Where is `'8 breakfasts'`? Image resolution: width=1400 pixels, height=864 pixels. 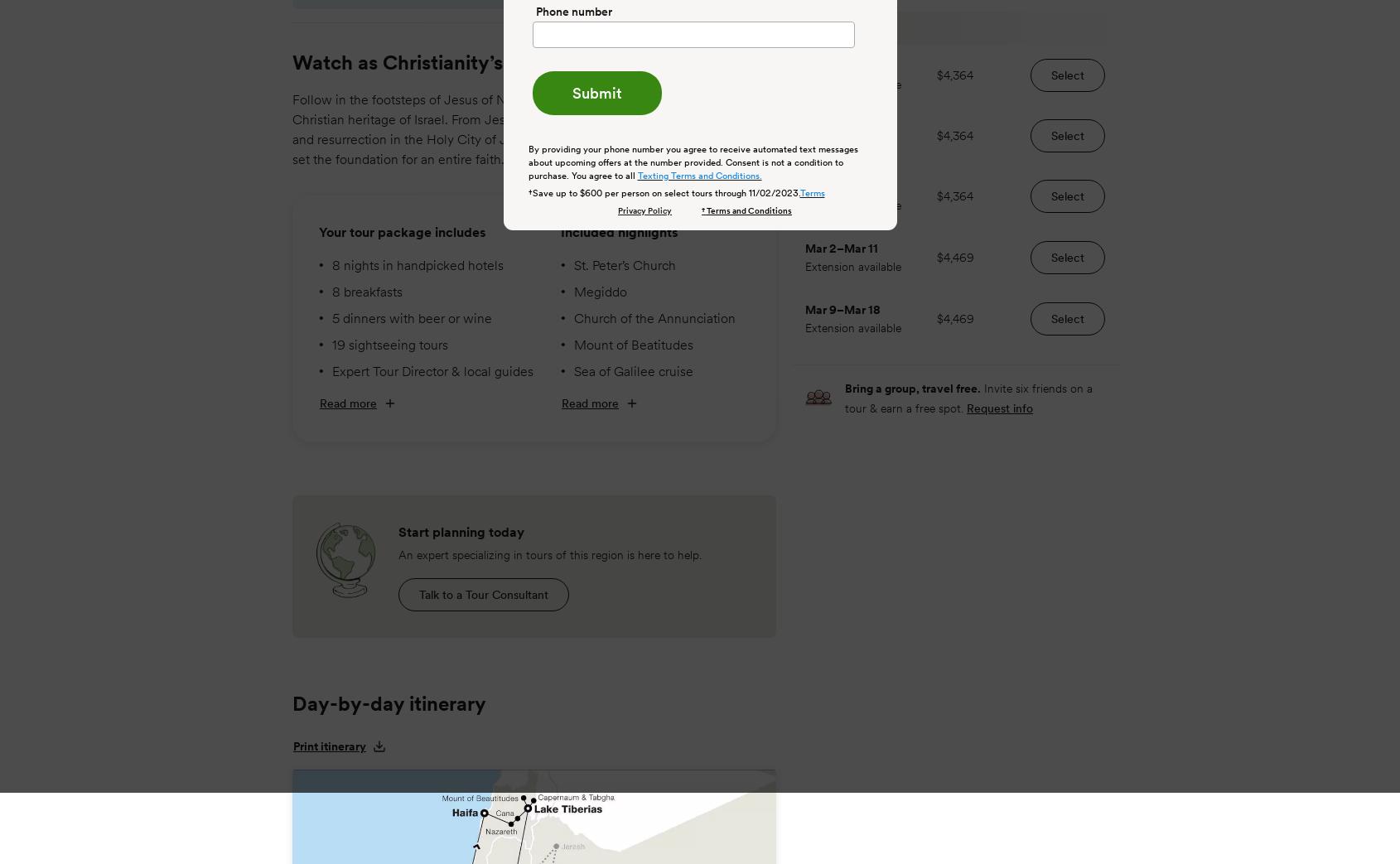 '8 breakfasts' is located at coordinates (367, 289).